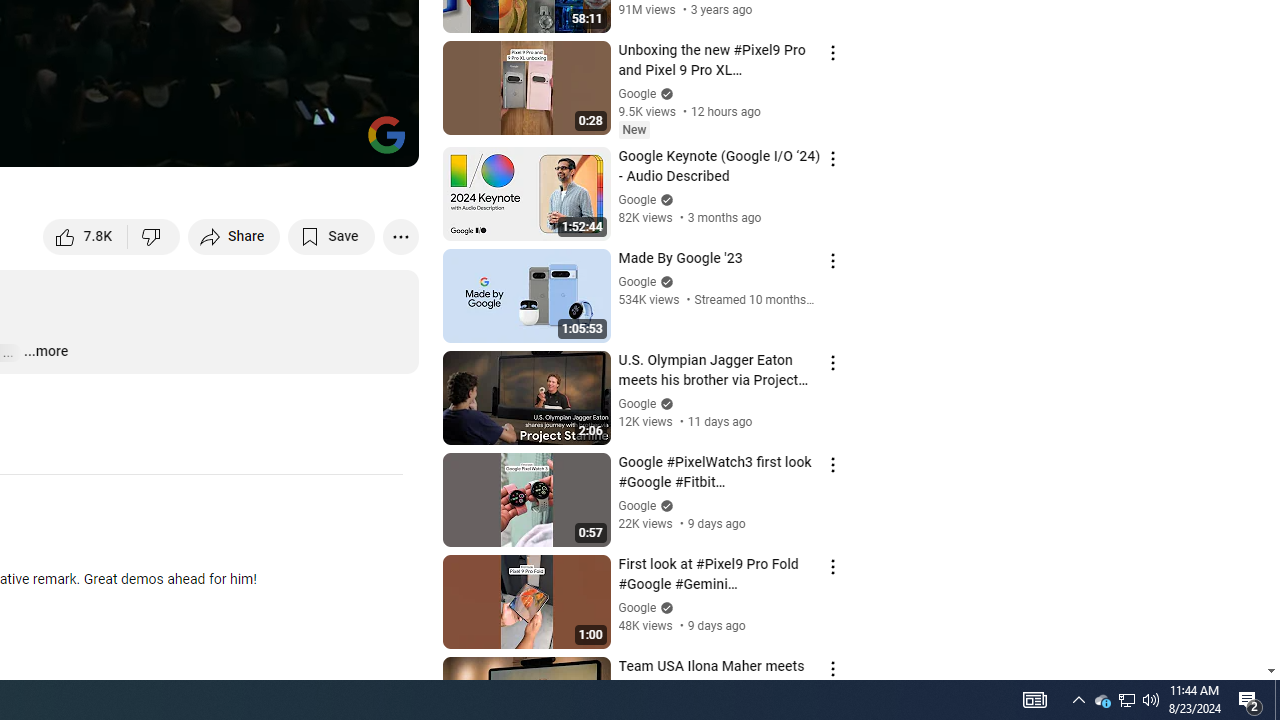 Image resolution: width=1280 pixels, height=720 pixels. What do you see at coordinates (190, 141) in the screenshot?
I see `'Subtitles/closed captions unavailable'` at bounding box center [190, 141].